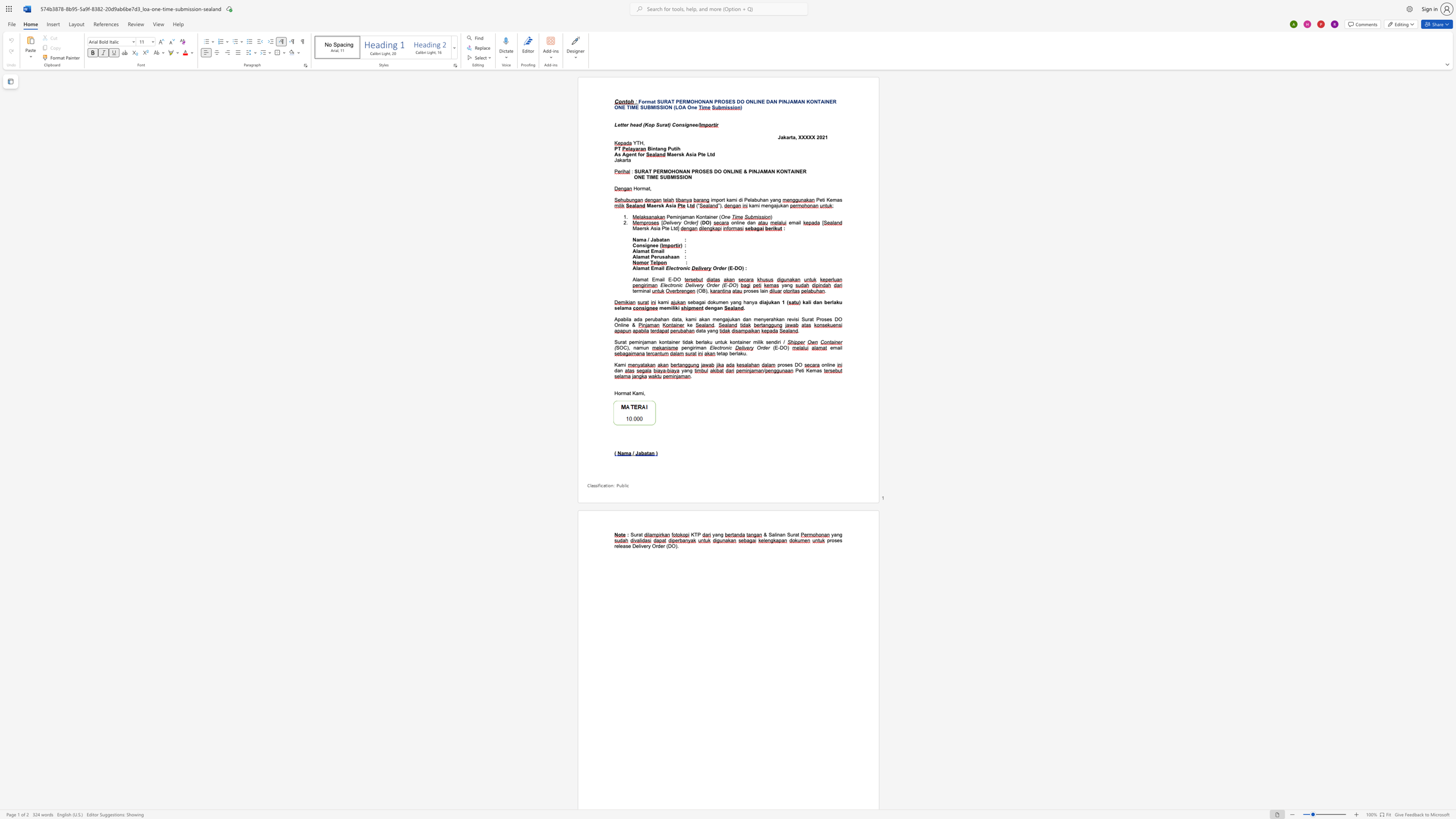 The height and width of the screenshot is (819, 1456). What do you see at coordinates (665, 545) in the screenshot?
I see `the subset text "(DO" within the text "release Delivery Order (DO)"` at bounding box center [665, 545].